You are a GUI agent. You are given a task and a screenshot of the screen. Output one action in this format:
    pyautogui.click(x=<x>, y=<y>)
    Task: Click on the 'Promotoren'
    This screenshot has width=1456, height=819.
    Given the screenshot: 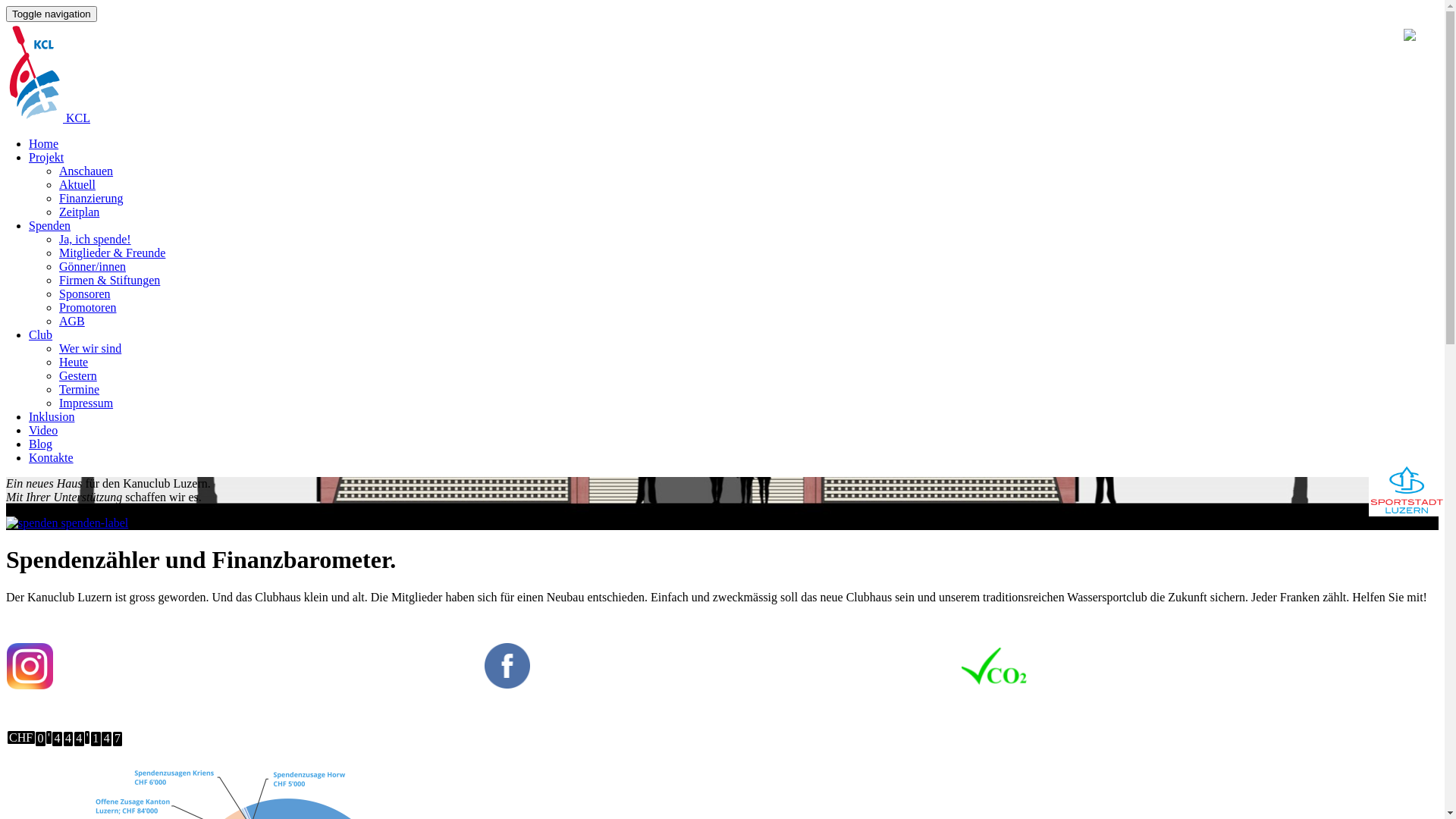 What is the action you would take?
    pyautogui.click(x=86, y=307)
    